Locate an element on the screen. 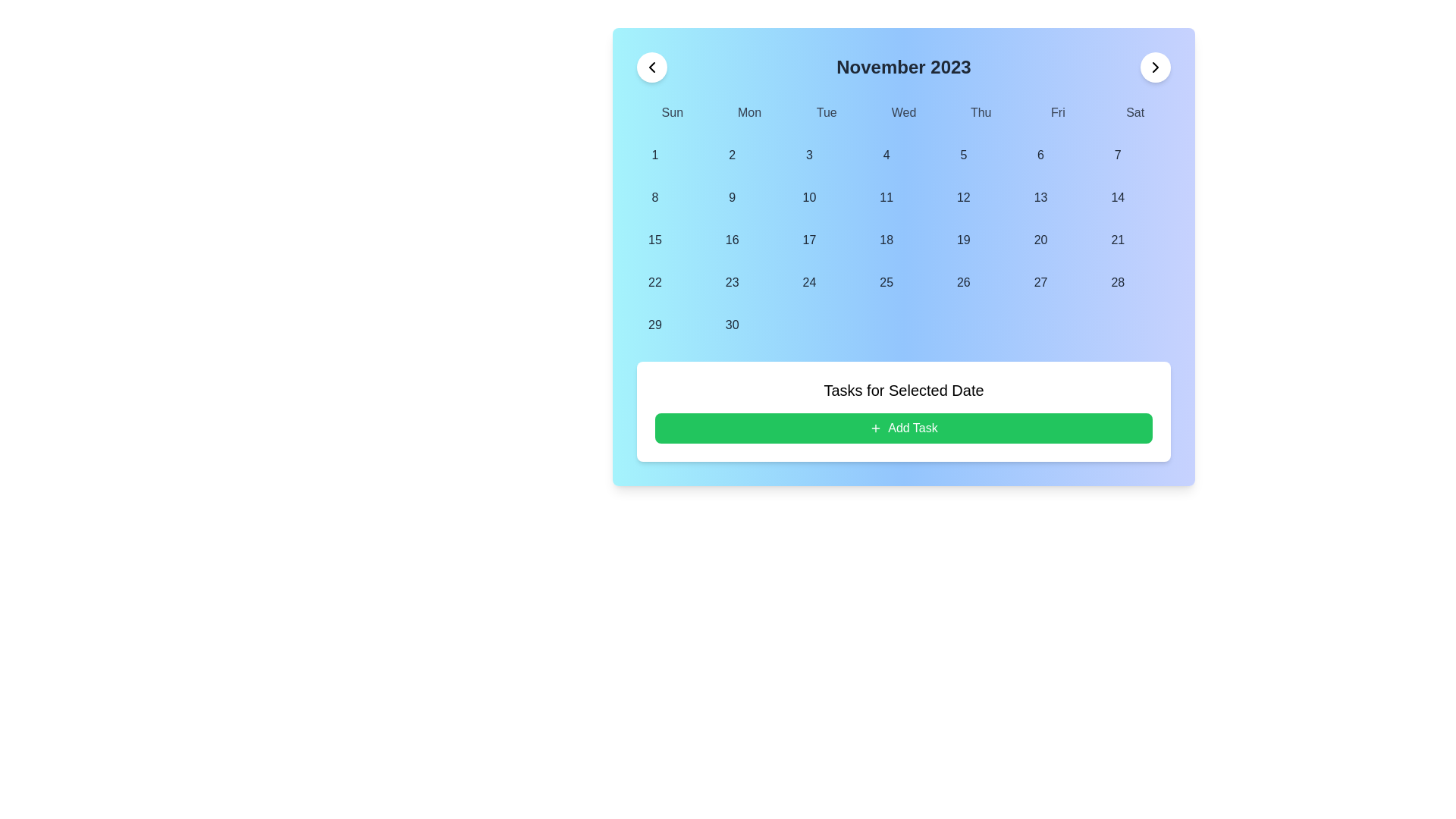  the rounded square button displaying the number '8' is located at coordinates (655, 197).